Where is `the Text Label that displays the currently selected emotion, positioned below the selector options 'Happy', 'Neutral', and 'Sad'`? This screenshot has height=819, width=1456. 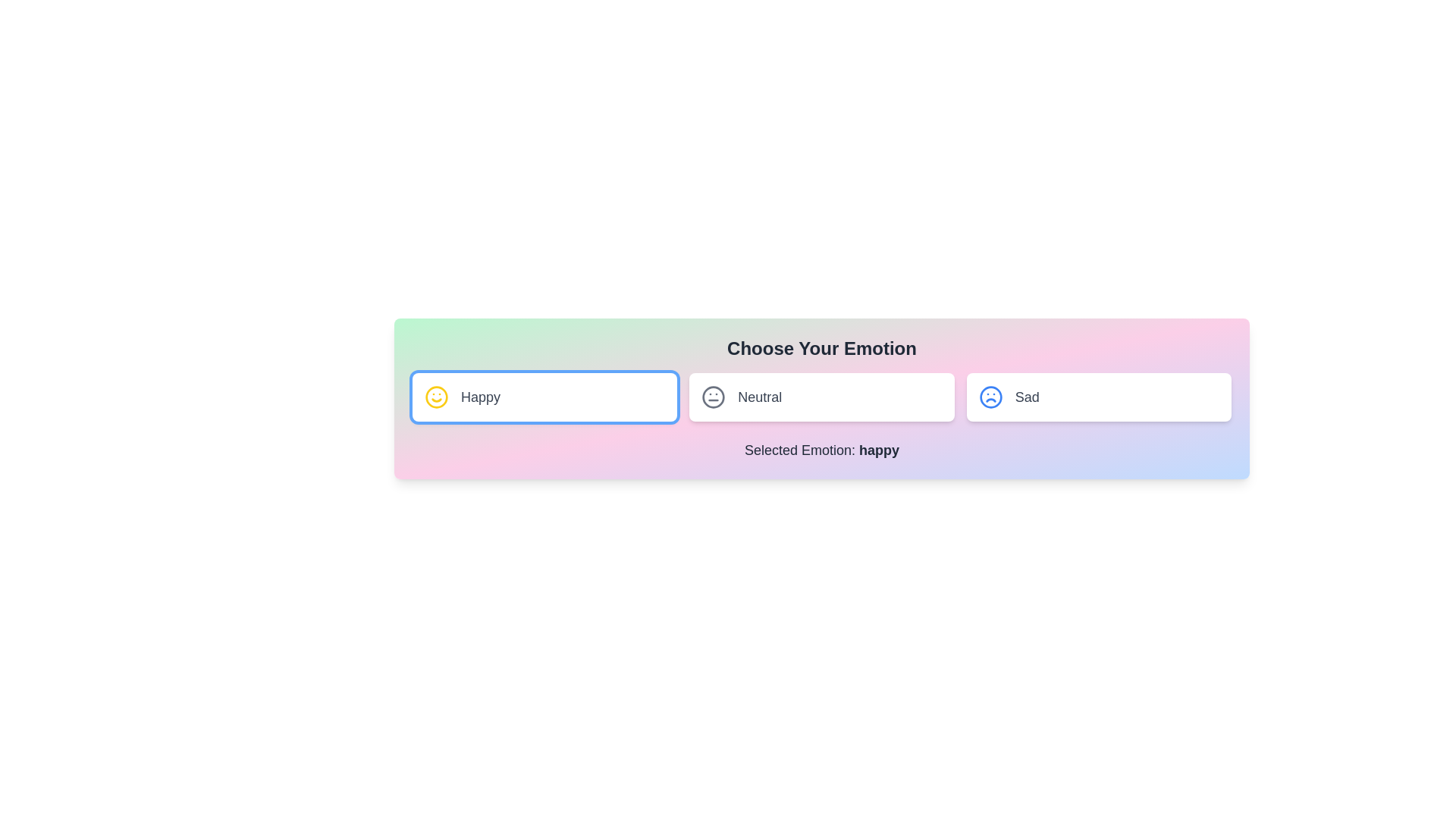
the Text Label that displays the currently selected emotion, positioned below the selector options 'Happy', 'Neutral', and 'Sad' is located at coordinates (821, 450).